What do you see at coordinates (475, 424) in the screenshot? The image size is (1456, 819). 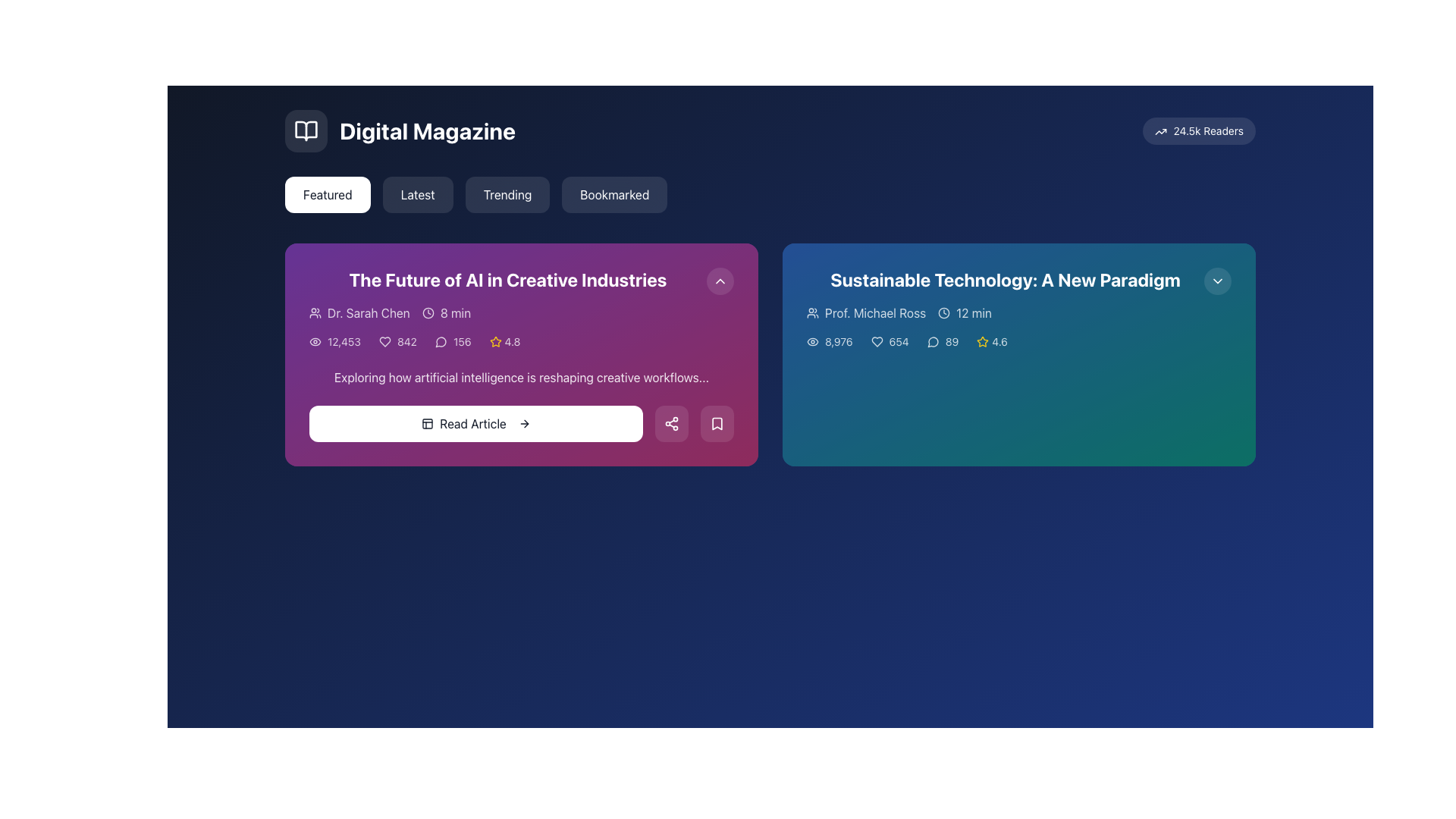 I see `the button labeled 'Read Article' that is centered within the card displaying information about 'The Future of AI in Creative Industries' to observe the hover effects` at bounding box center [475, 424].